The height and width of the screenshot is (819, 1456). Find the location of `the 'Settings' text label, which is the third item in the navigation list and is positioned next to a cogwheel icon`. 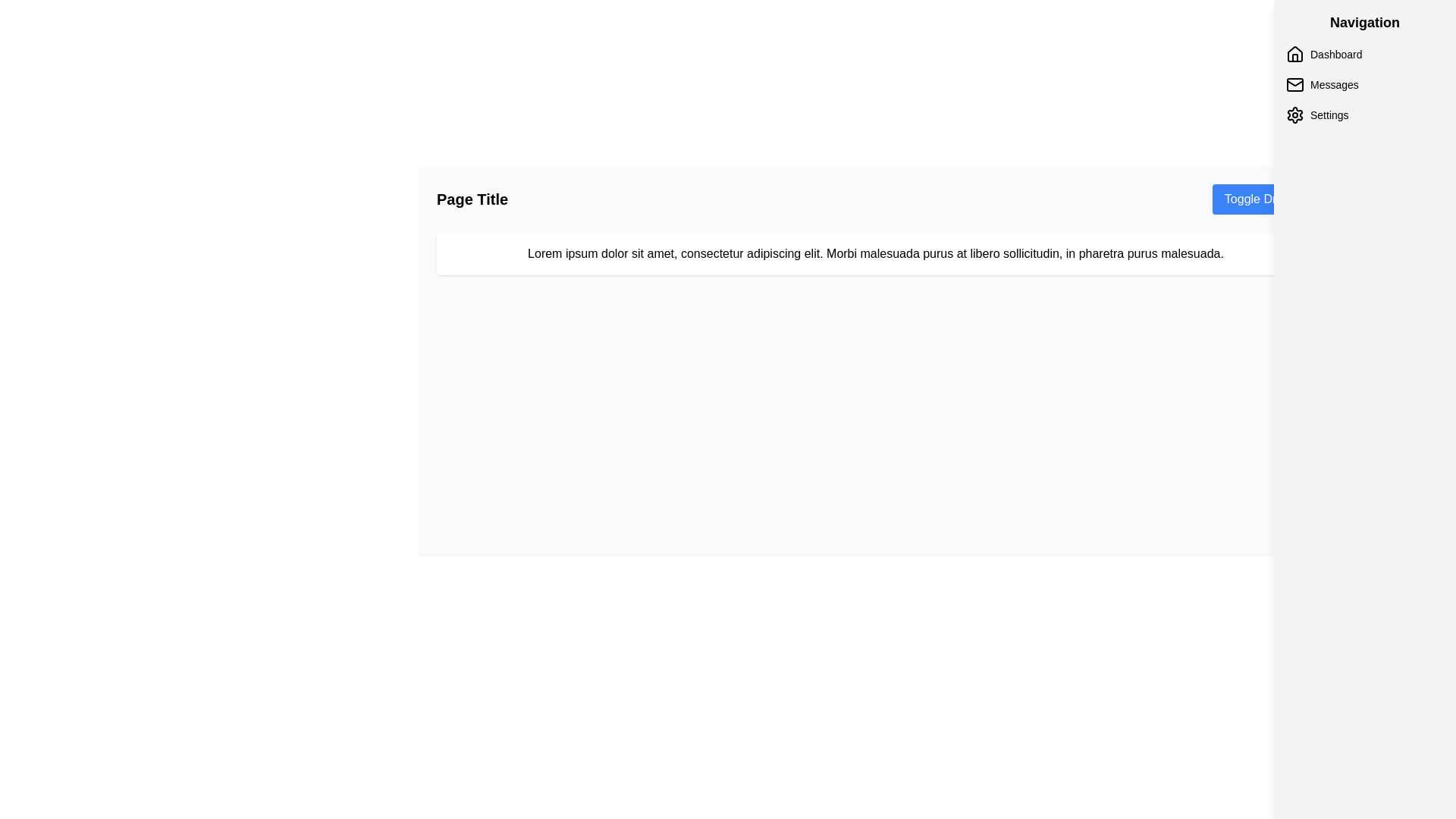

the 'Settings' text label, which is the third item in the navigation list and is positioned next to a cogwheel icon is located at coordinates (1329, 114).